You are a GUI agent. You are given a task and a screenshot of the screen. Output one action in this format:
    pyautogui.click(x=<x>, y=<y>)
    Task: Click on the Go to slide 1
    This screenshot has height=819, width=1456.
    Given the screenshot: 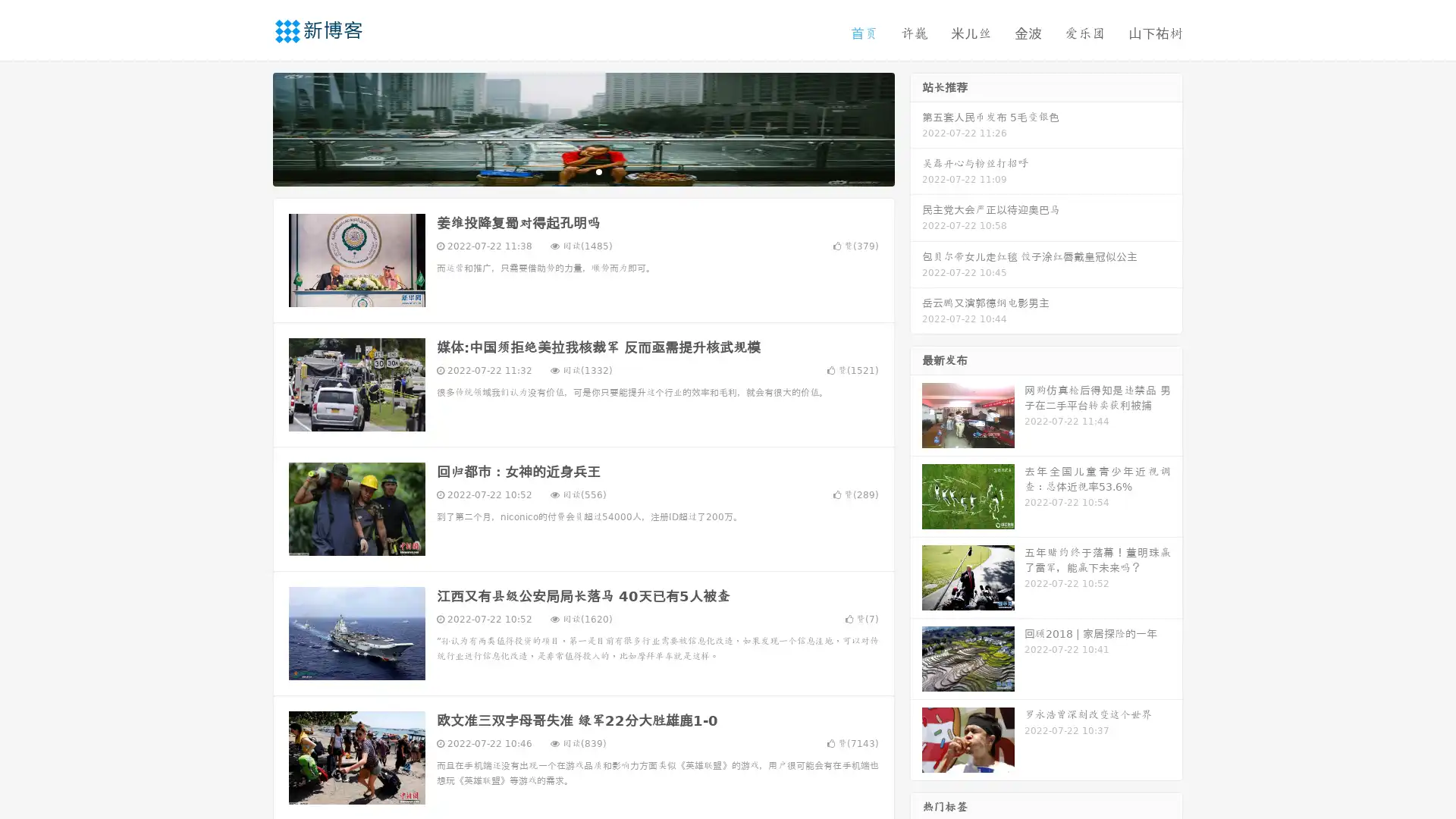 What is the action you would take?
    pyautogui.click(x=567, y=171)
    